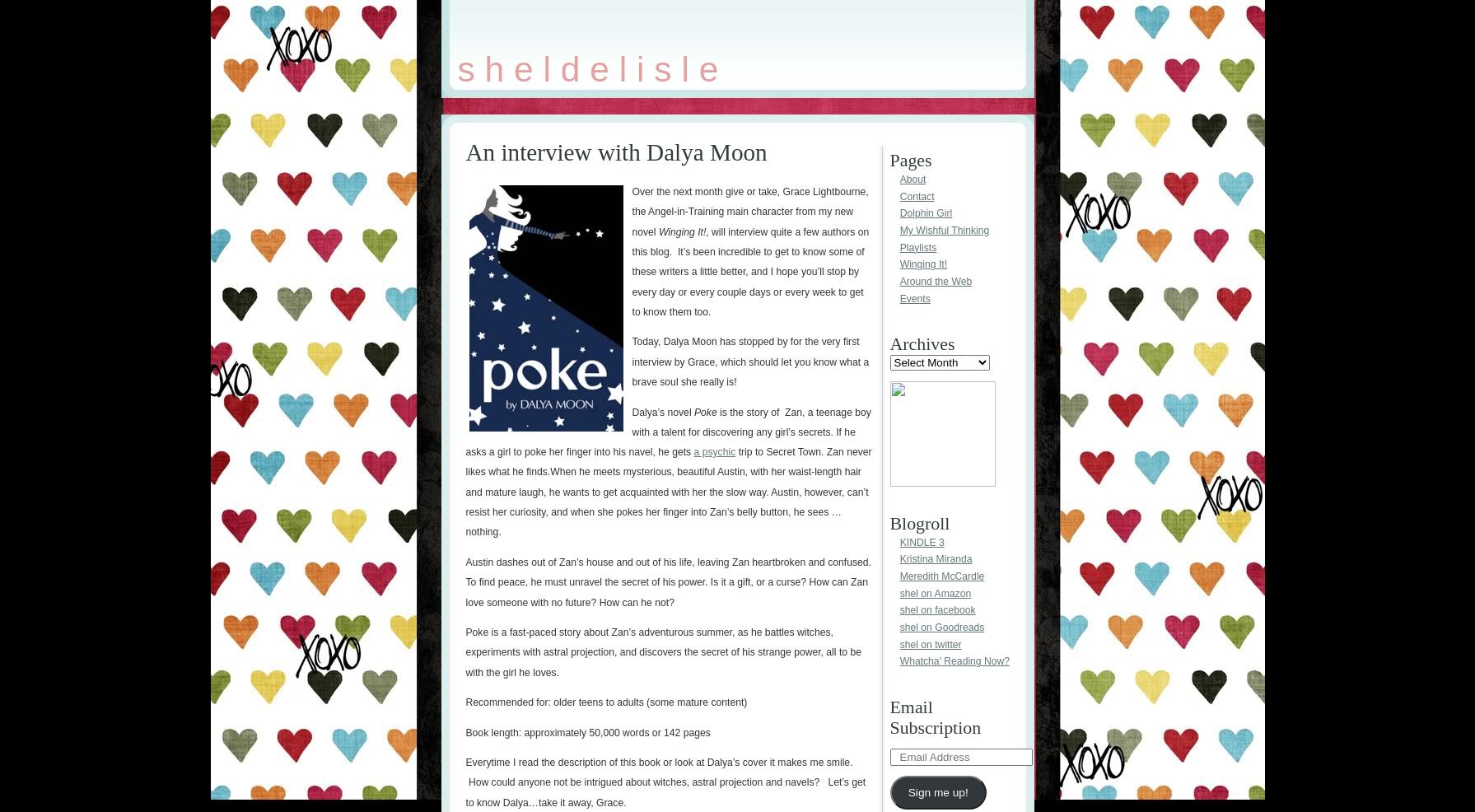 Image resolution: width=1475 pixels, height=812 pixels. I want to click on 'Kristina Miranda', so click(935, 558).